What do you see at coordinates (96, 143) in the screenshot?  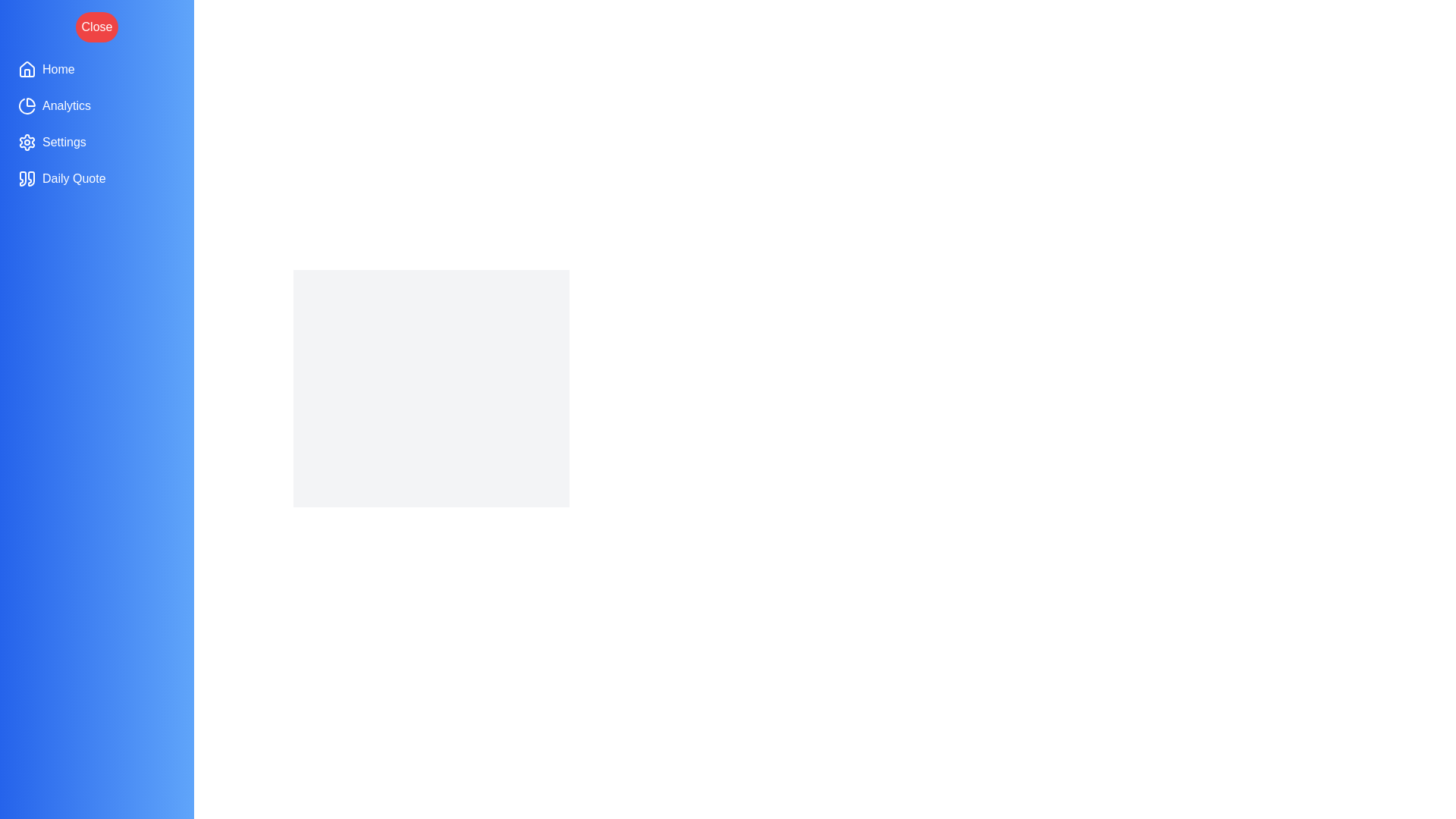 I see `the menu item labeled Settings` at bounding box center [96, 143].